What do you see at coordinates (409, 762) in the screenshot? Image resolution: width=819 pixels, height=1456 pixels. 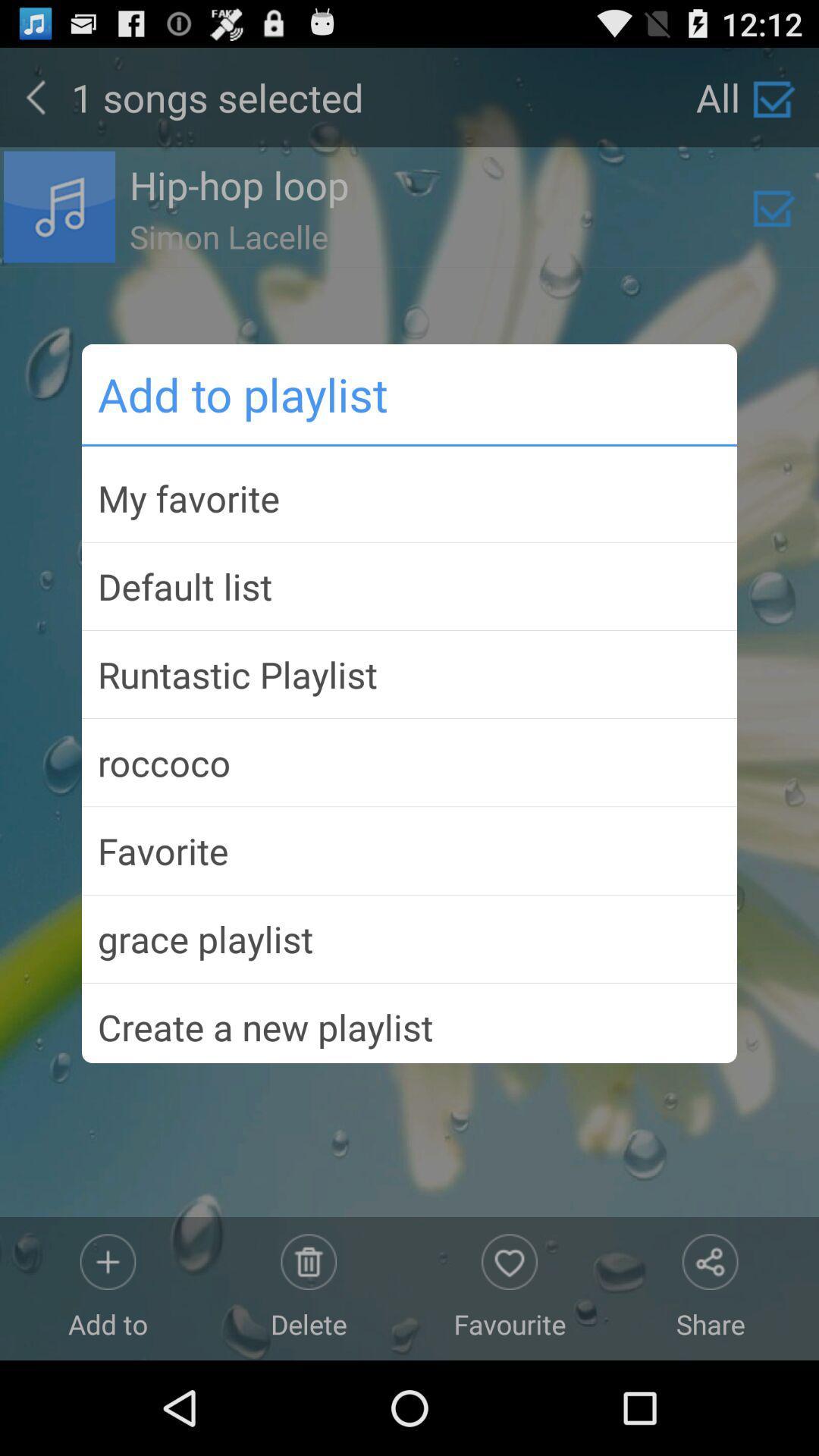 I see `the icon above the favorite item` at bounding box center [409, 762].